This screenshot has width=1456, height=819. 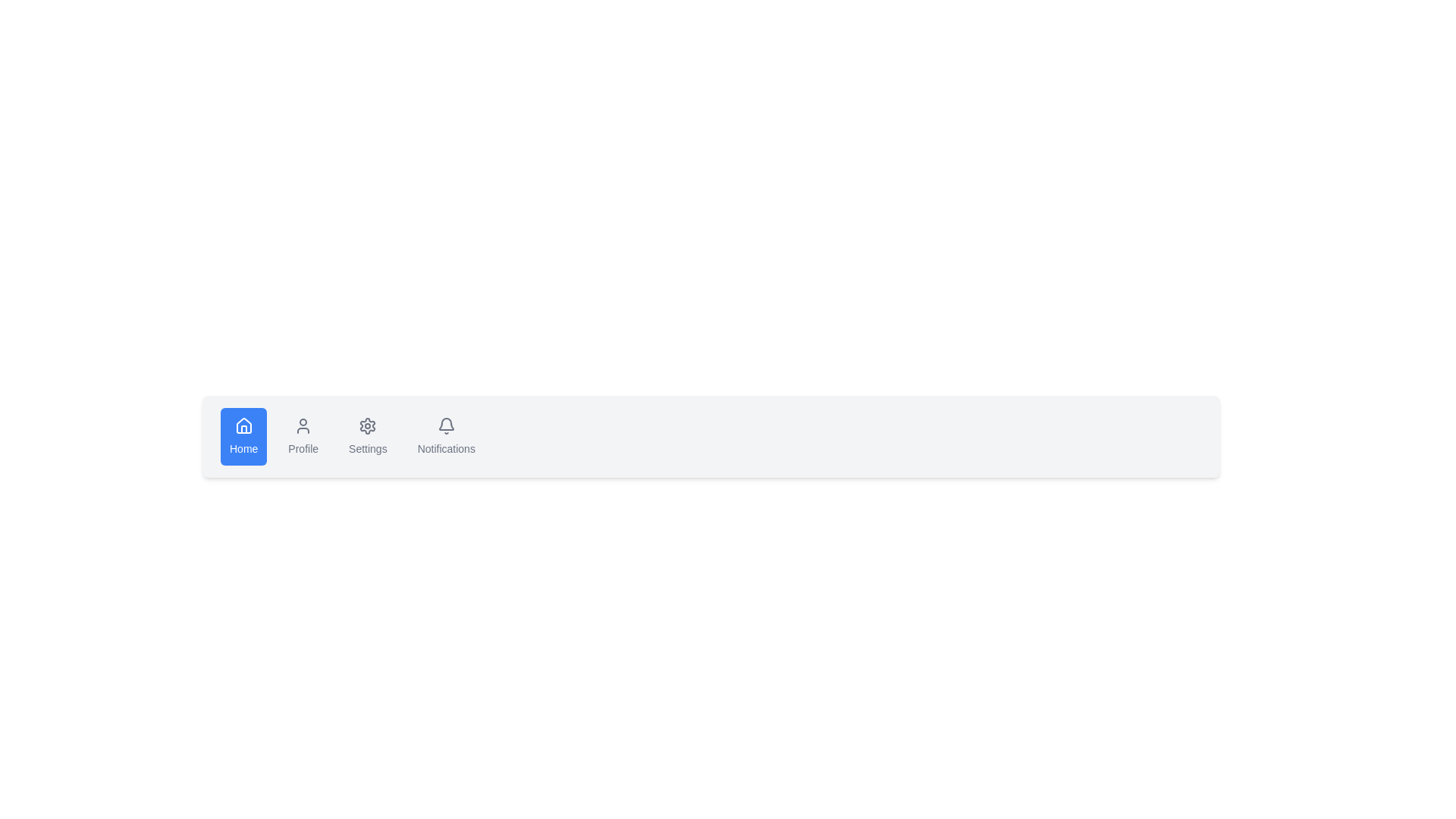 I want to click on the 'Home' icon in the bottom navigation bar, which serves as a visual cue for users to navigate to the homepage, so click(x=243, y=425).